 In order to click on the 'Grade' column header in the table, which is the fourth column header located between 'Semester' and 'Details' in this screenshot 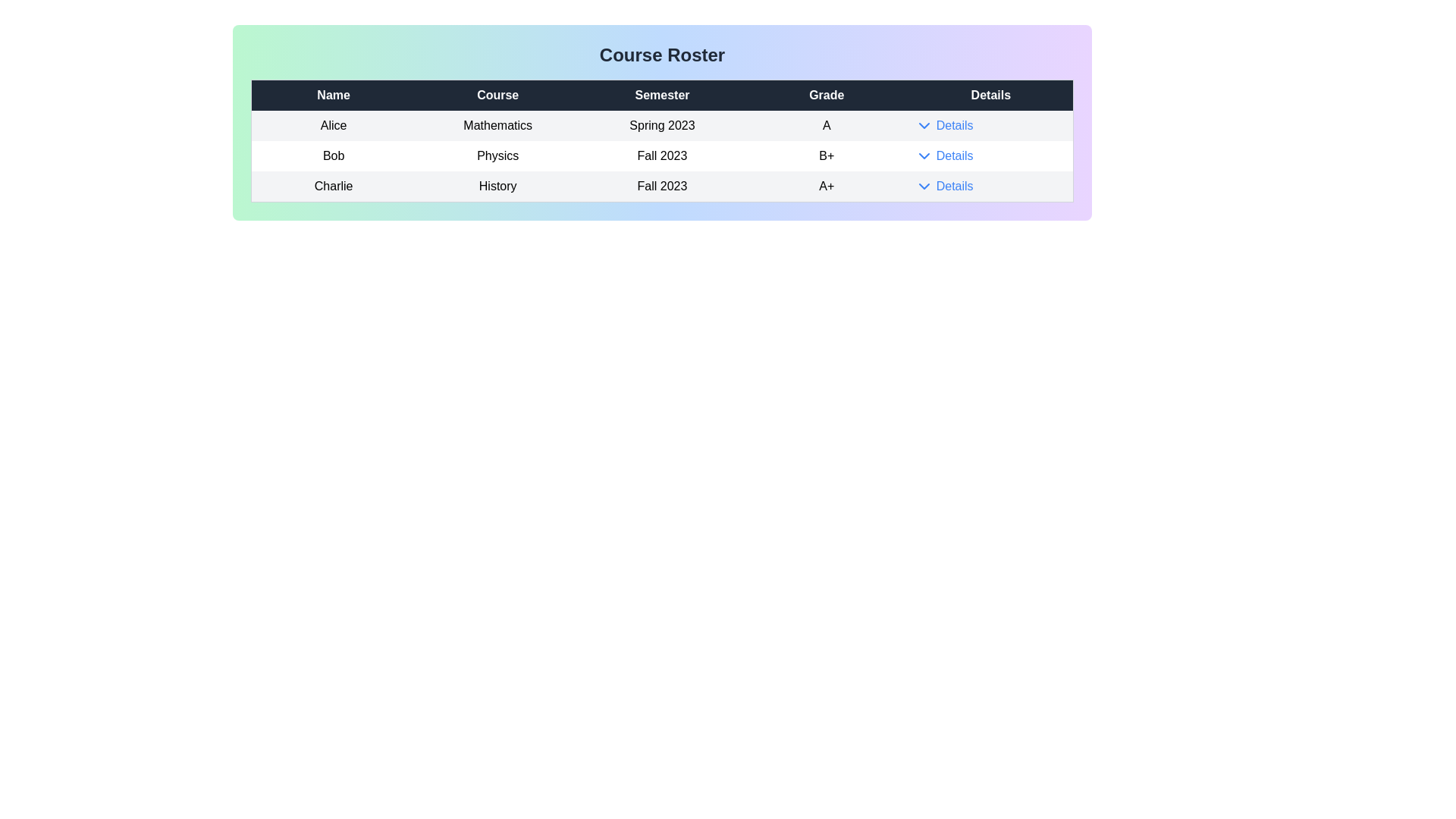, I will do `click(826, 95)`.